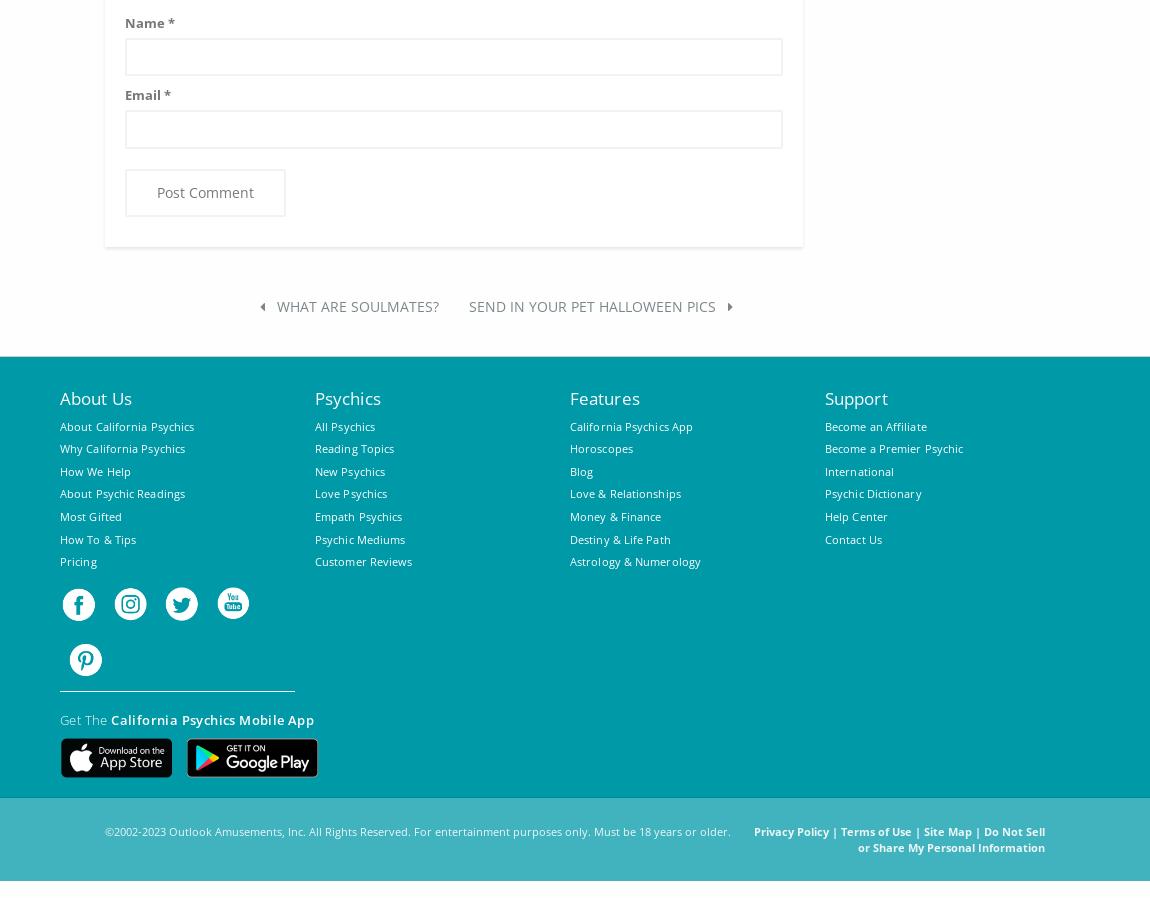 The image size is (1150, 898). I want to click on 'Send in Your Pet Halloween Pics', so click(592, 305).